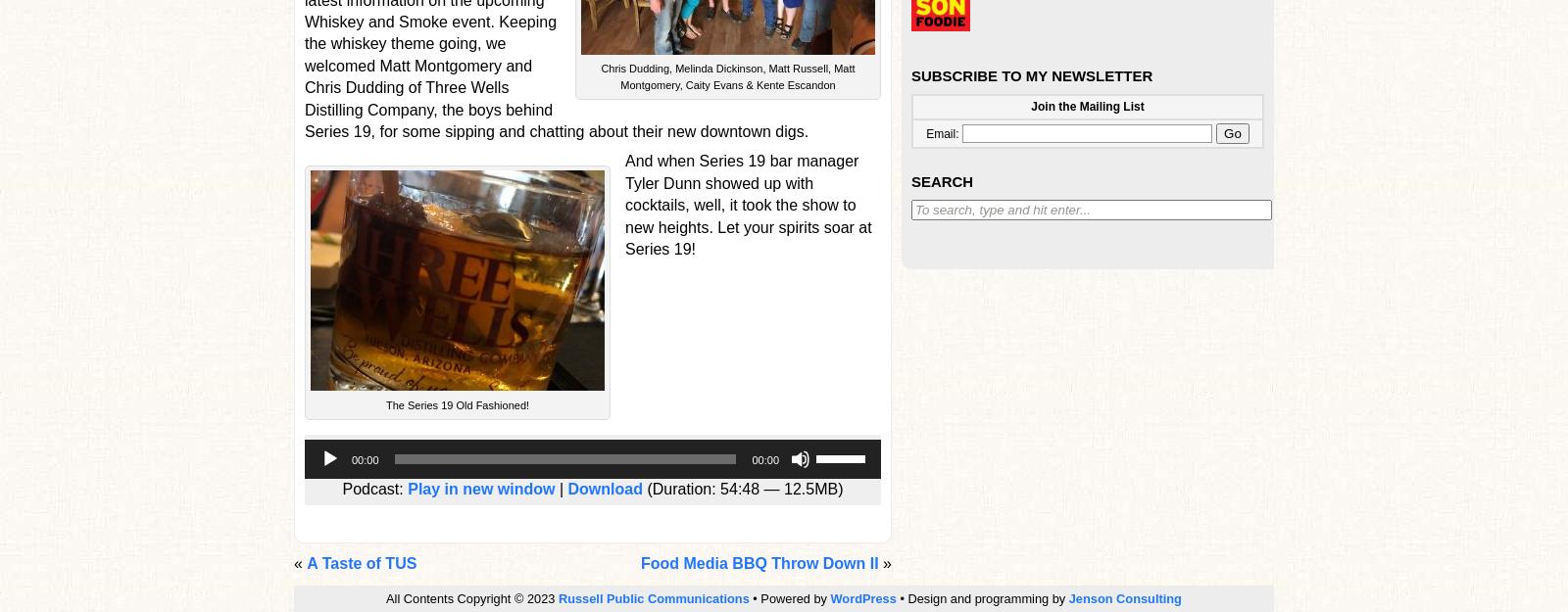 The height and width of the screenshot is (612, 1568). Describe the element at coordinates (600, 74) in the screenshot. I see `'Chris Dudding, Melinda Dickinson, Matt Russell, Matt Montgomery, Caity Evans & Kente Escandon'` at that location.